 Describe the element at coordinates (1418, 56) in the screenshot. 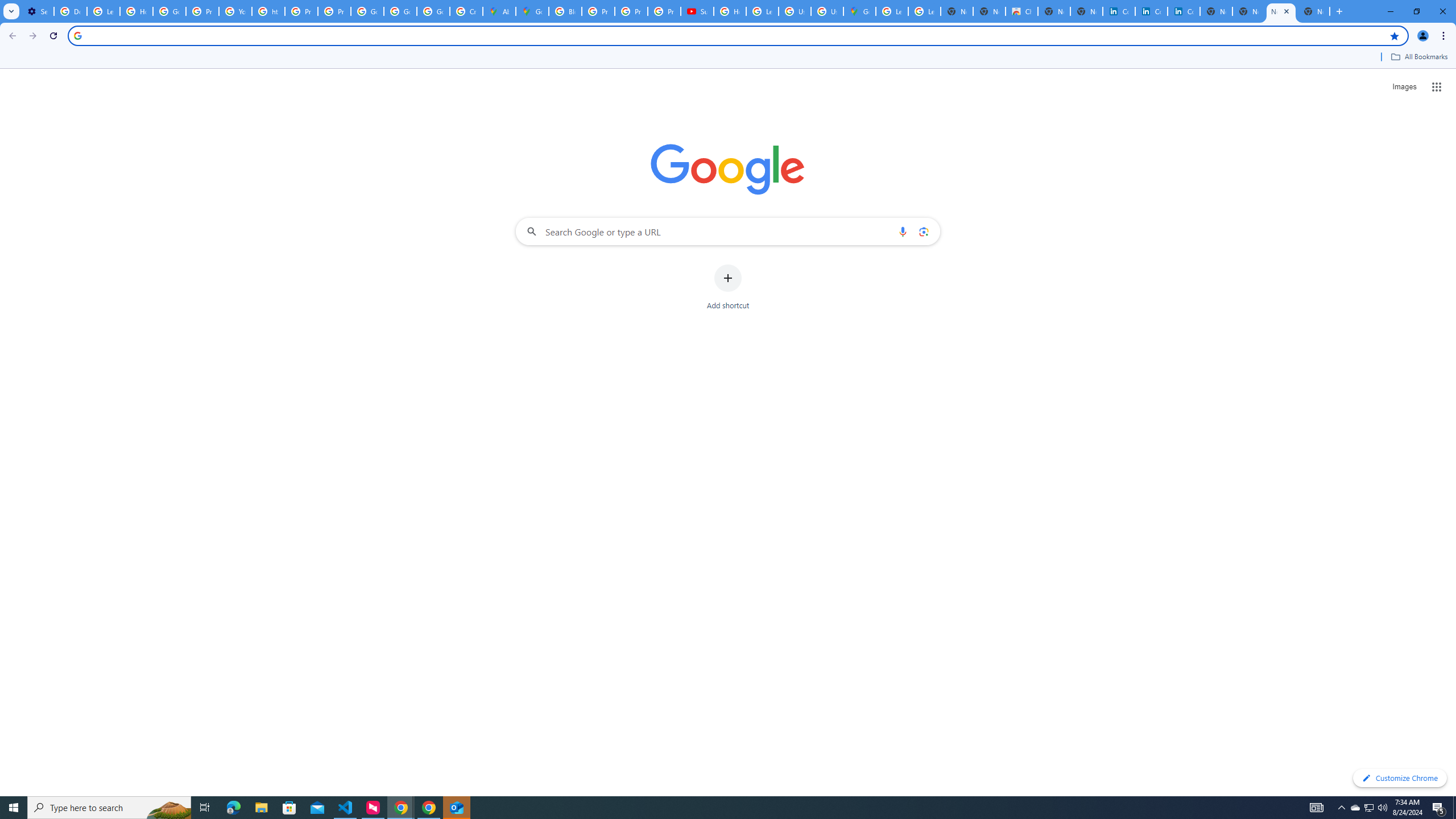

I see `'All Bookmarks'` at that location.